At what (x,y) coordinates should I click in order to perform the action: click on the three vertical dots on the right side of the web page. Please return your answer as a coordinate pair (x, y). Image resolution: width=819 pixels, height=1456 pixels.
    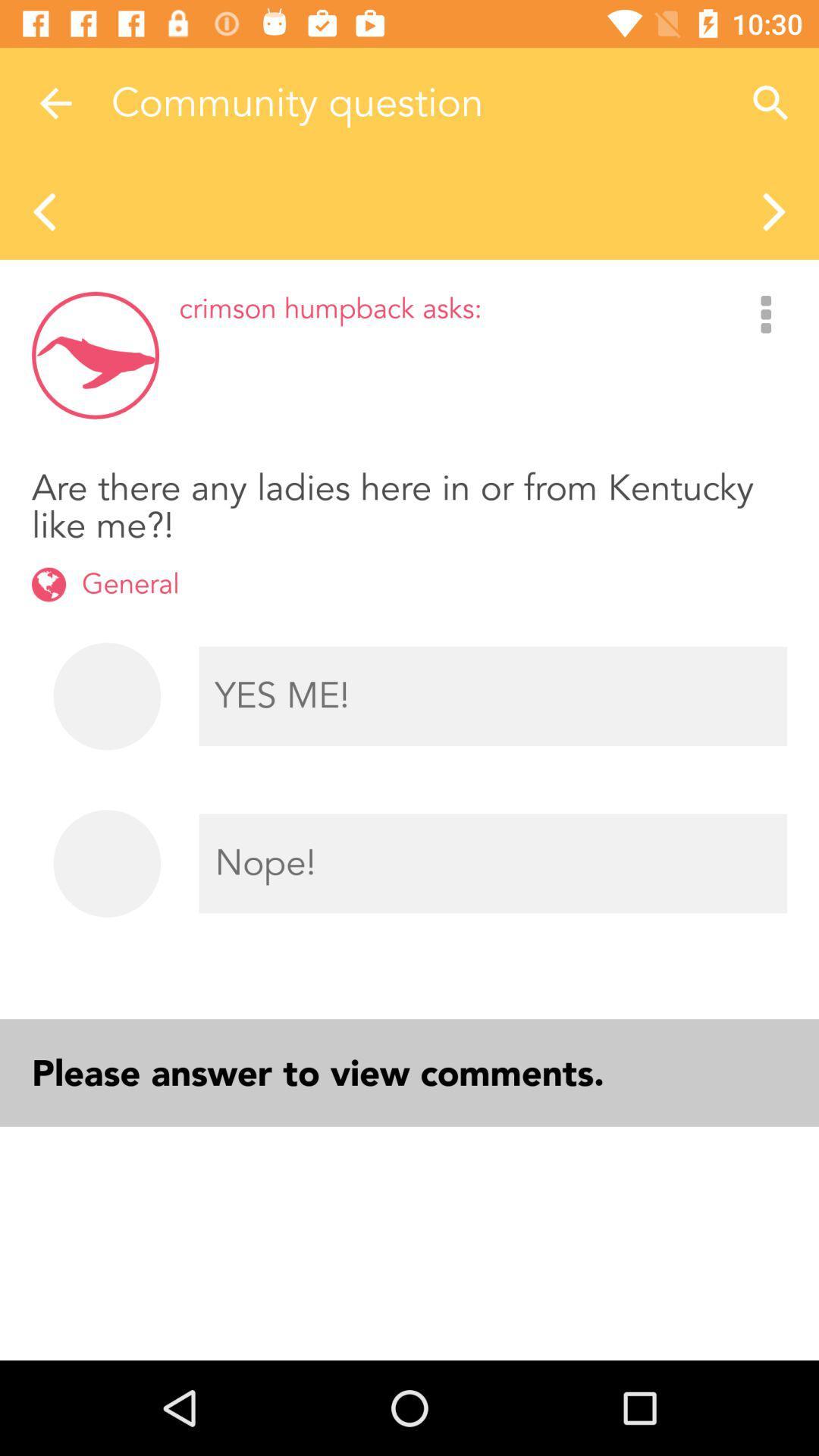
    Looking at the image, I should click on (766, 315).